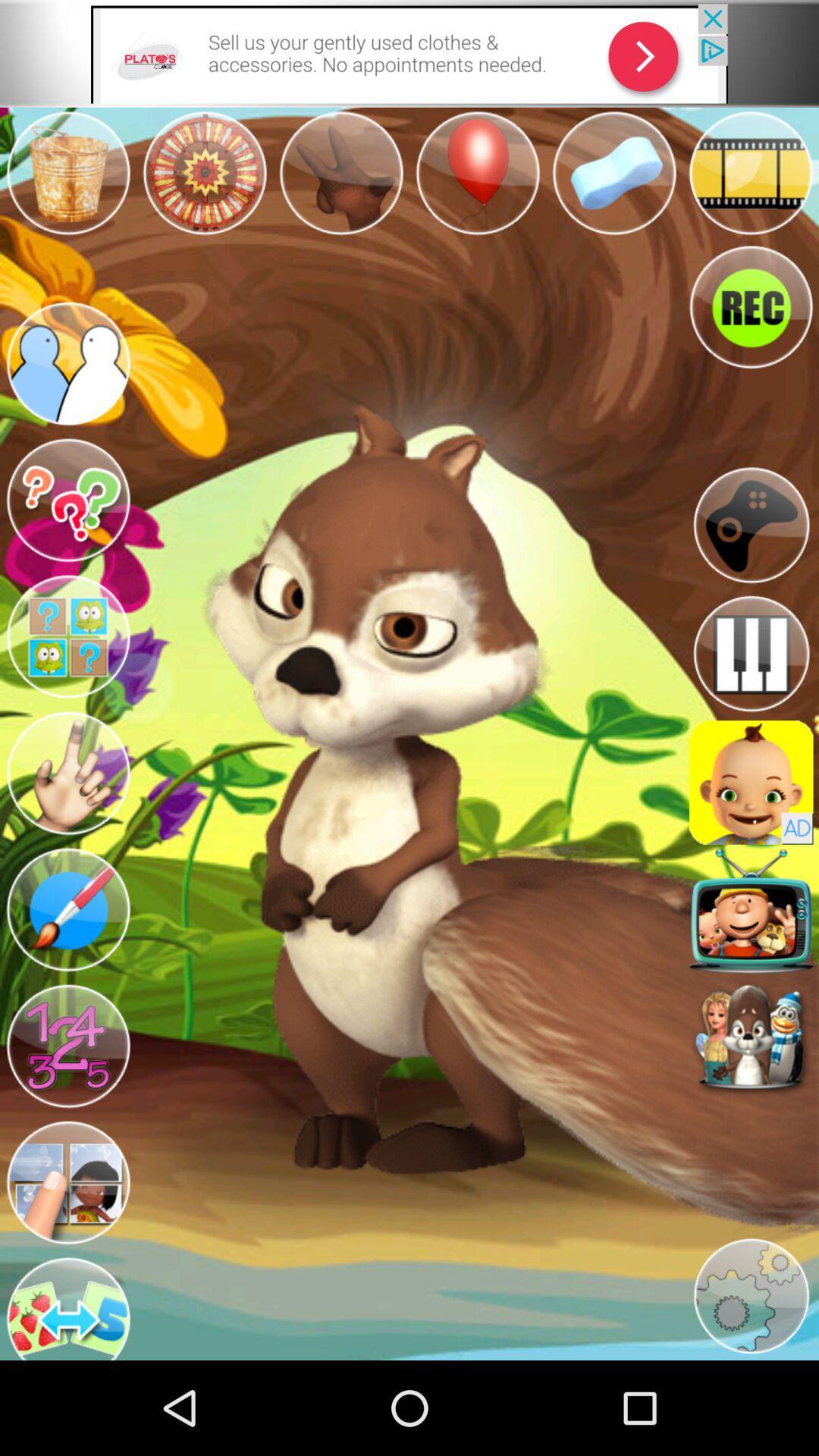 This screenshot has height=1456, width=819. What do you see at coordinates (67, 974) in the screenshot?
I see `the edit icon` at bounding box center [67, 974].